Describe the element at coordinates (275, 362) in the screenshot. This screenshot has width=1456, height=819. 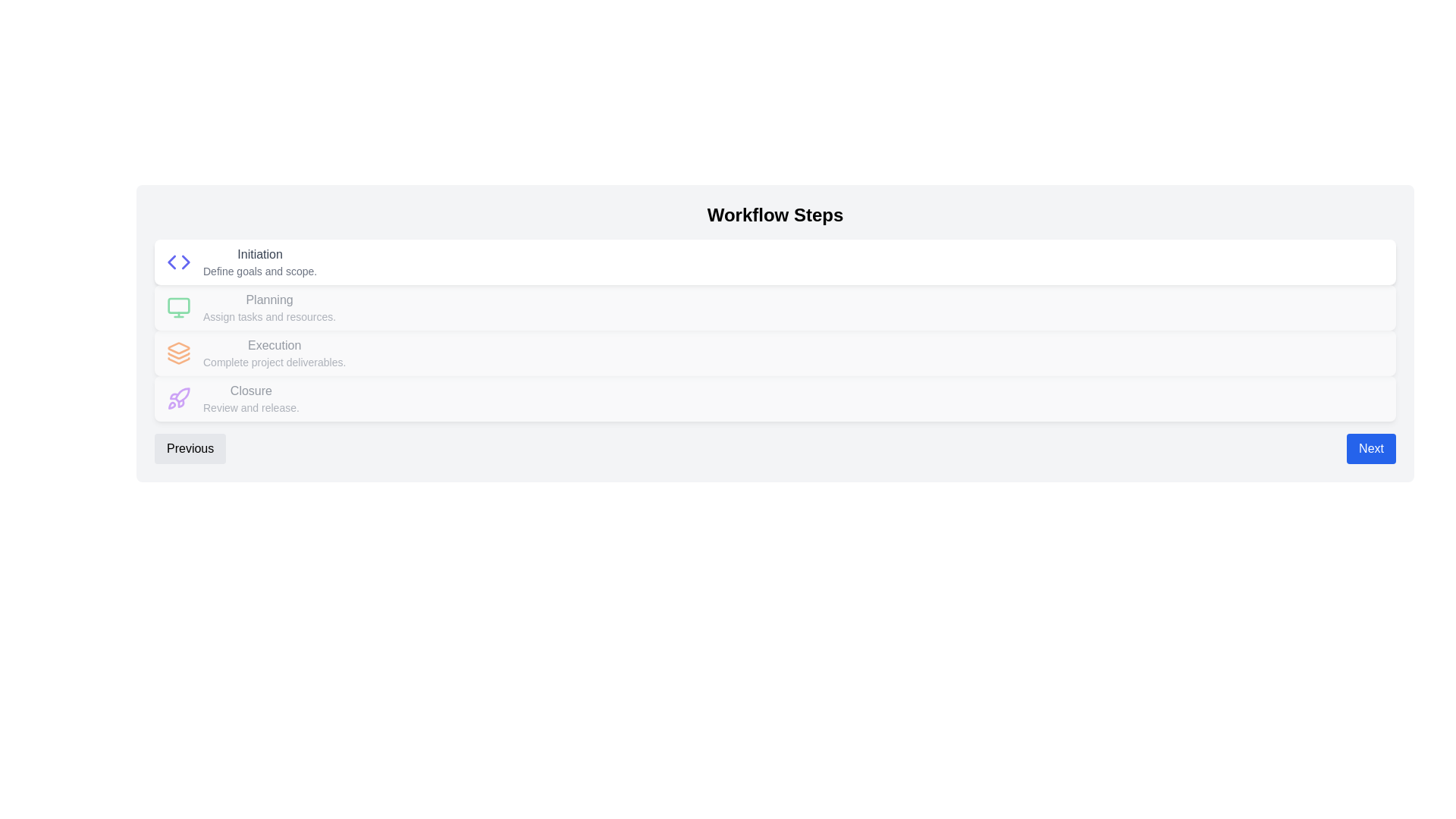
I see `the Text Label displaying 'Complete project deliverables.' which is positioned below the 'Execution' title in the workflow steps list` at that location.